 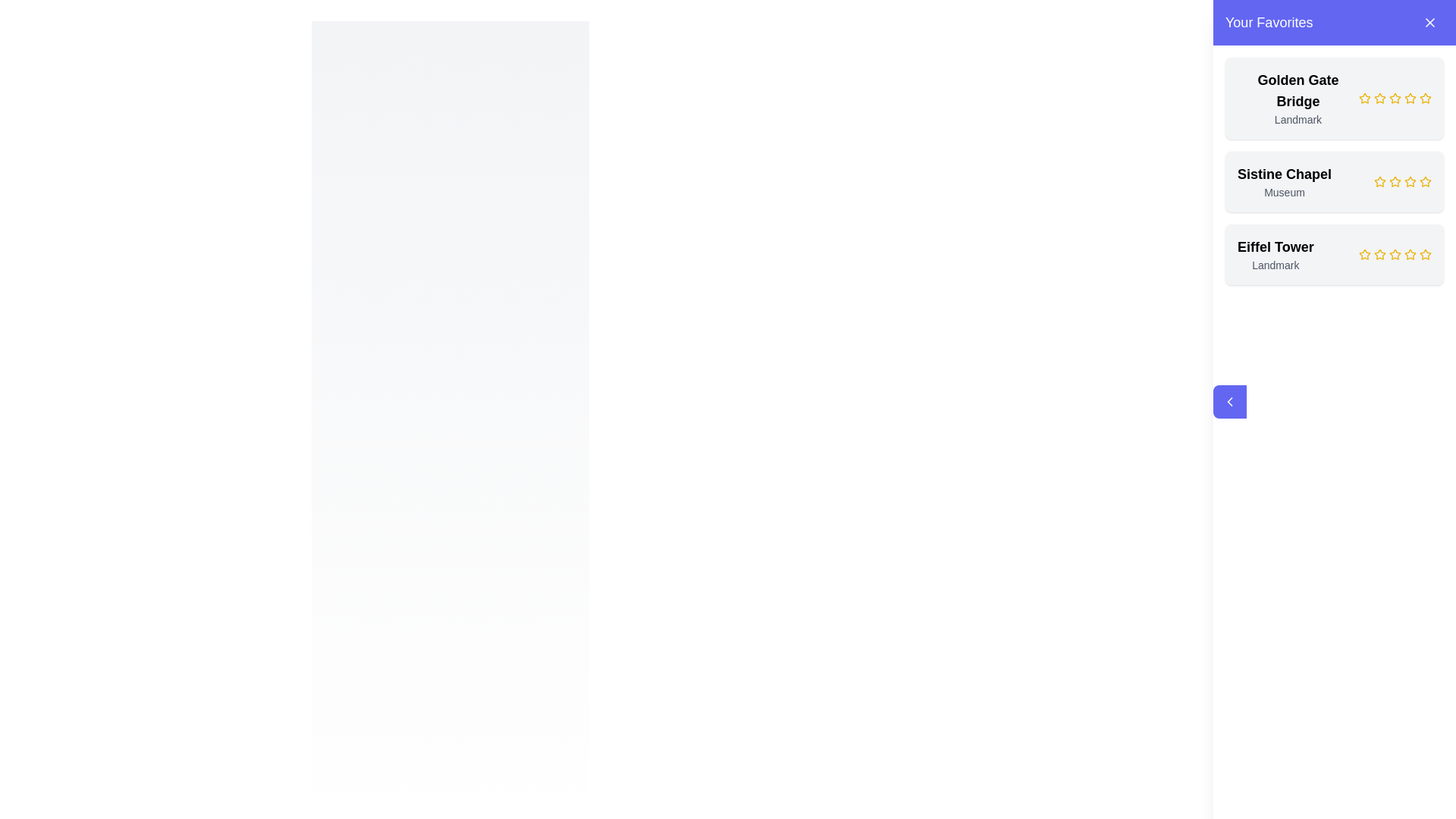 I want to click on the 'Your Favorites' text label located in the purple header of the side panel, positioned towards the left side, adjacent to the close button, so click(x=1269, y=23).